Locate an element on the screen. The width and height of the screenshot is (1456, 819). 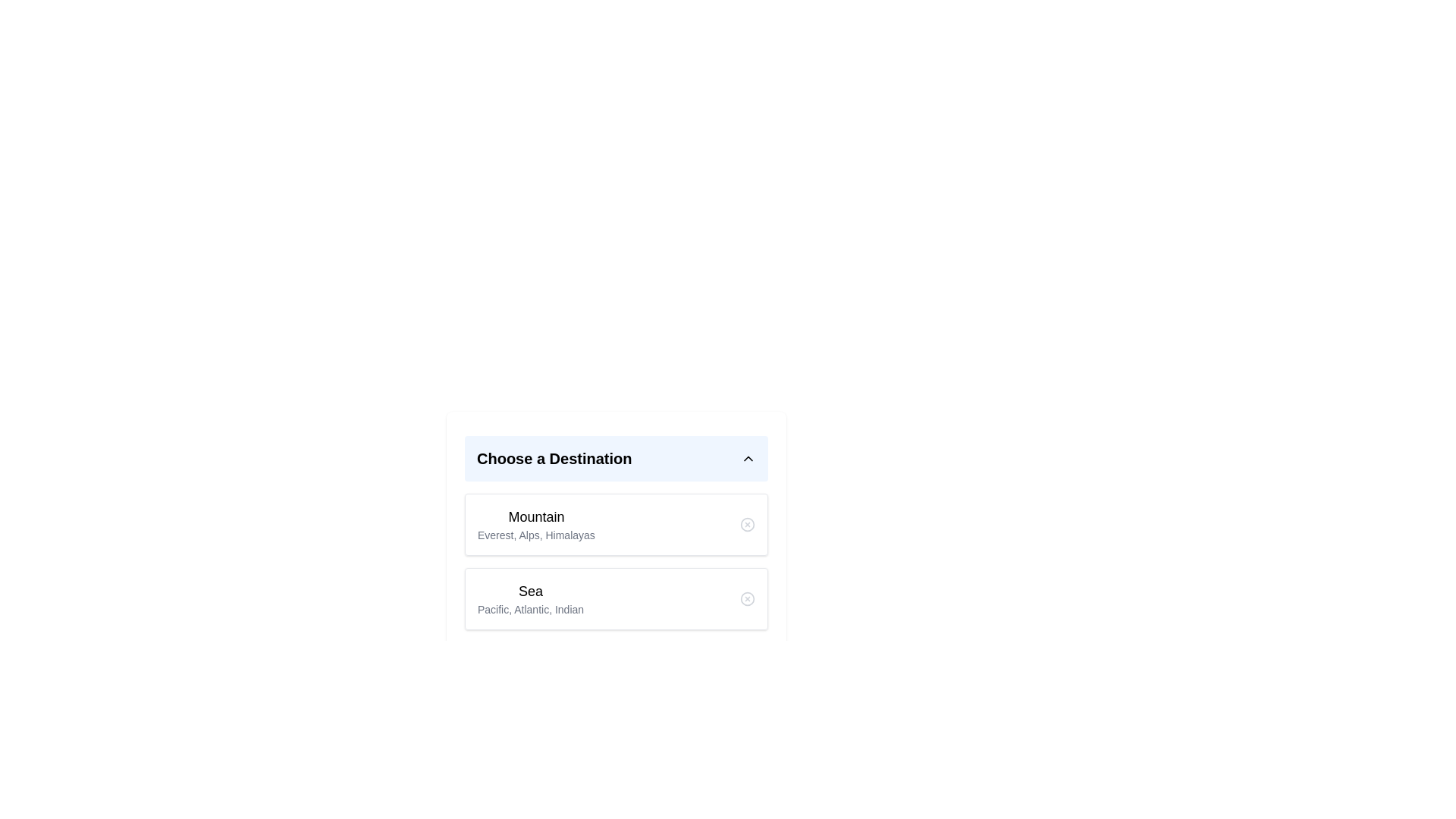
the text label that displays 'Pacific, Atlantic, Indian', positioned below the 'Sea' header in a lighter gray font is located at coordinates (531, 608).